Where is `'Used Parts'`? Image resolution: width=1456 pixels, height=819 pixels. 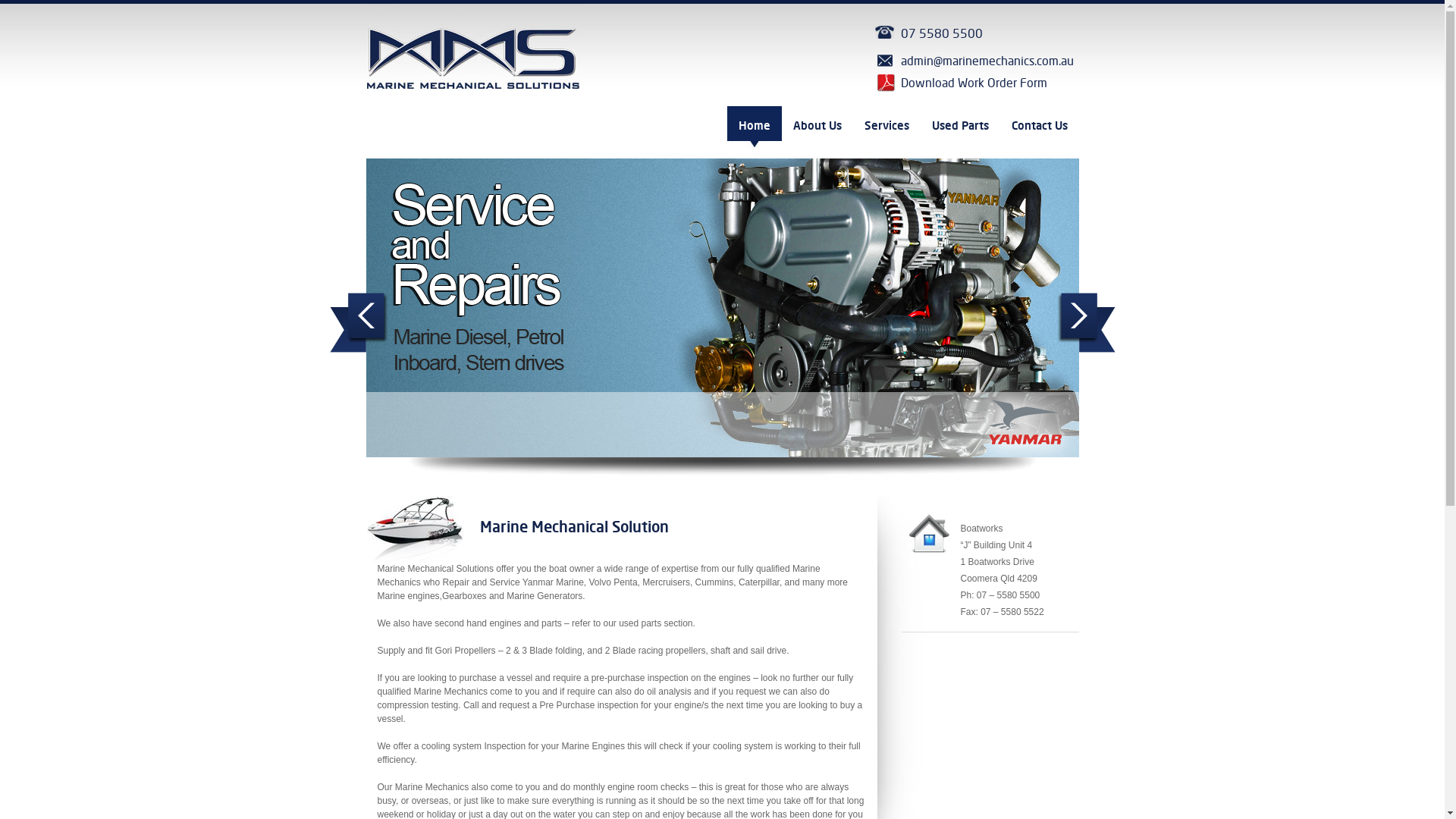
'Used Parts' is located at coordinates (920, 125).